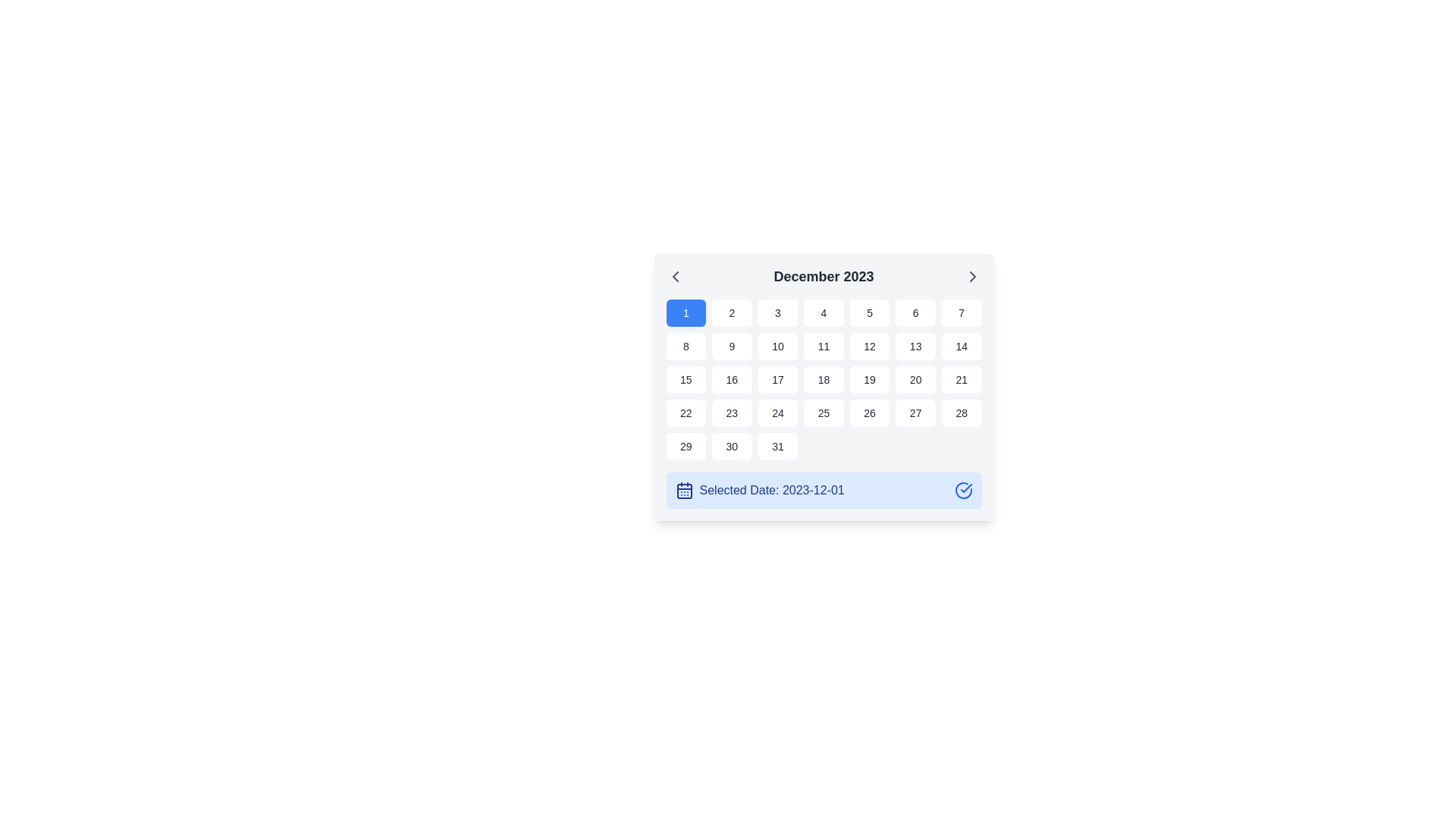 The height and width of the screenshot is (819, 1456). Describe the element at coordinates (731, 446) in the screenshot. I see `the rectangular date button displaying '30' in bold dark gray text` at that location.